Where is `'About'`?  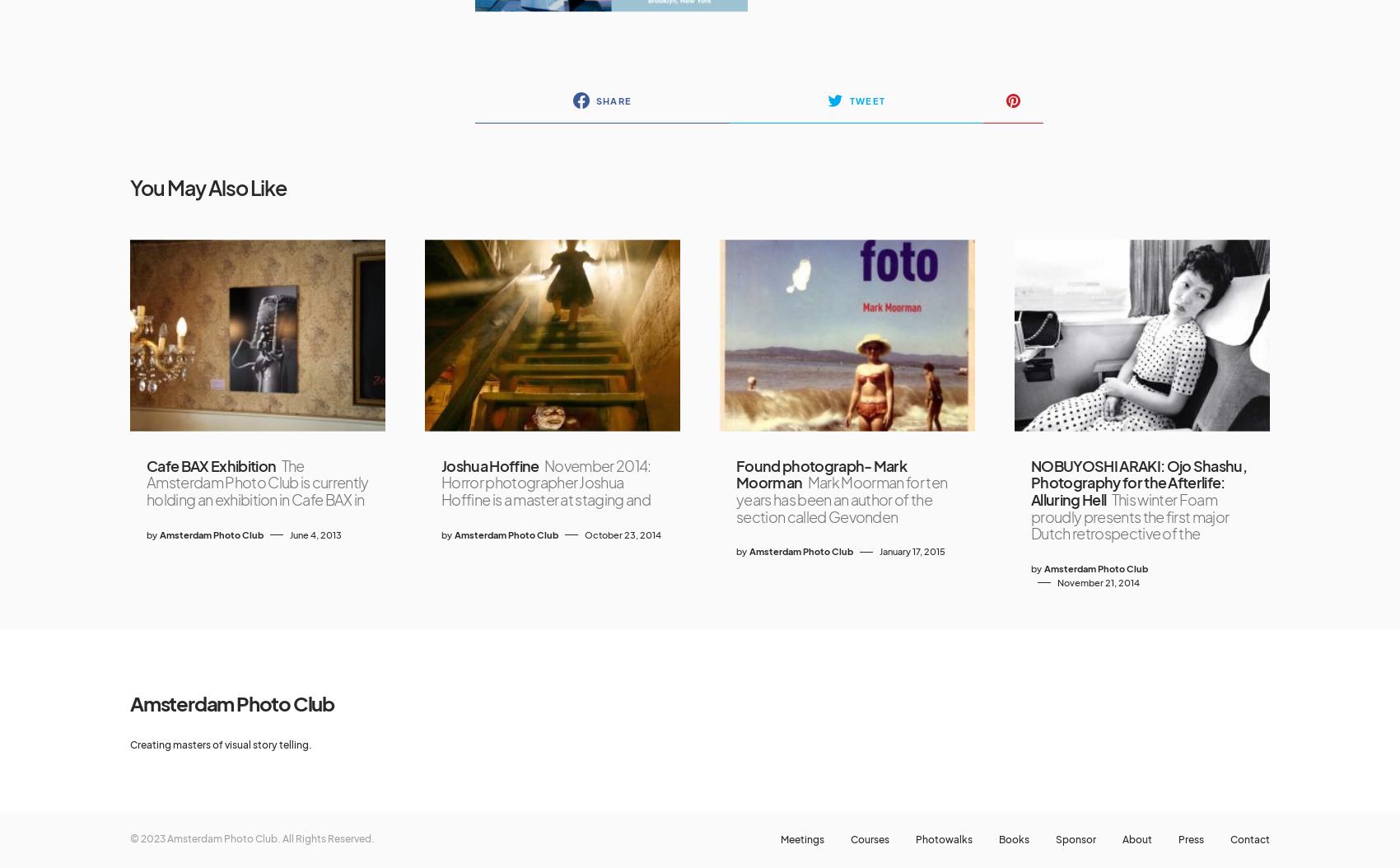
'About' is located at coordinates (1122, 838).